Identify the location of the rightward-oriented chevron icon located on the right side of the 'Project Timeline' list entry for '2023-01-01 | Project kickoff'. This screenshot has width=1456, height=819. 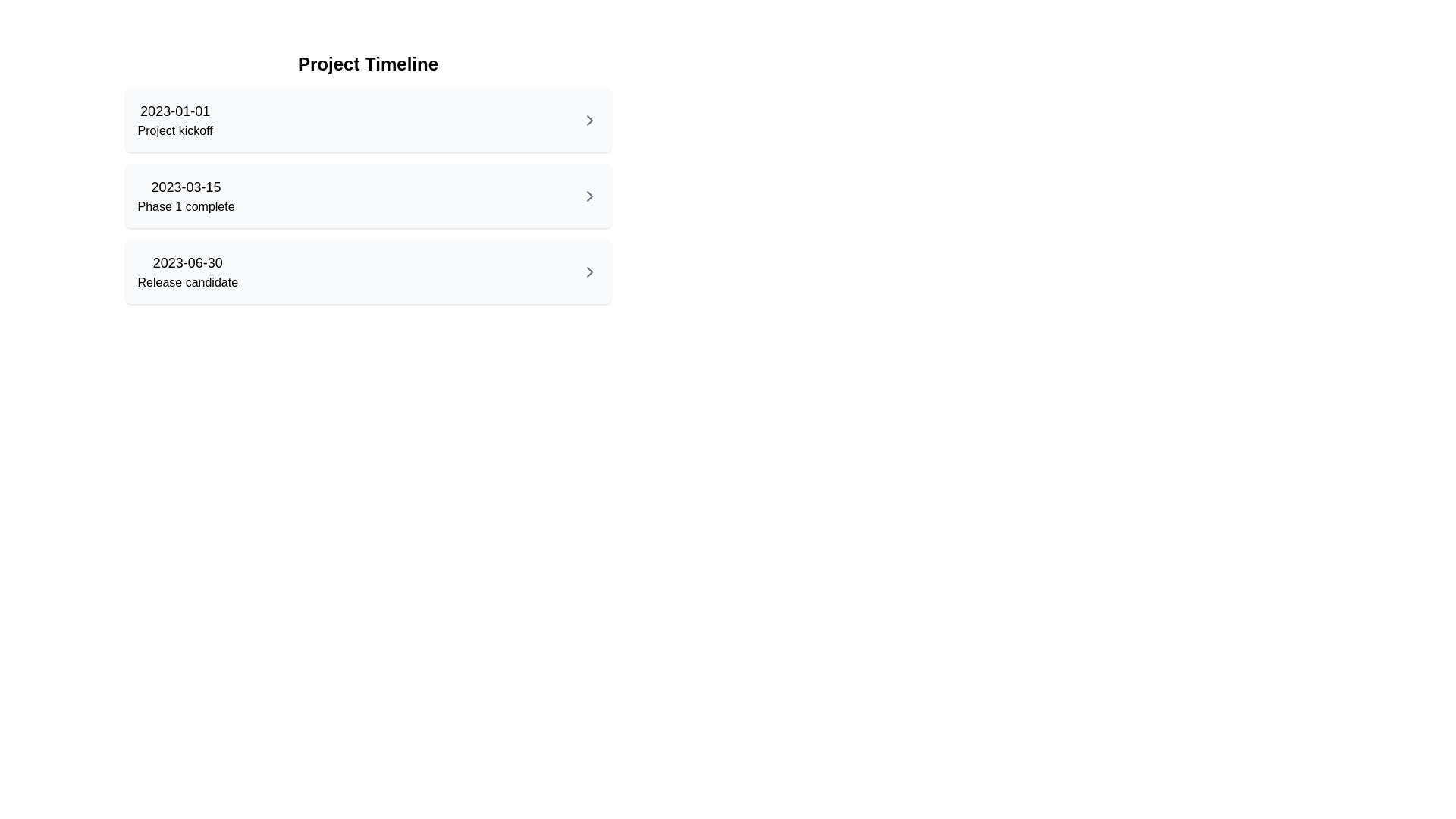
(588, 119).